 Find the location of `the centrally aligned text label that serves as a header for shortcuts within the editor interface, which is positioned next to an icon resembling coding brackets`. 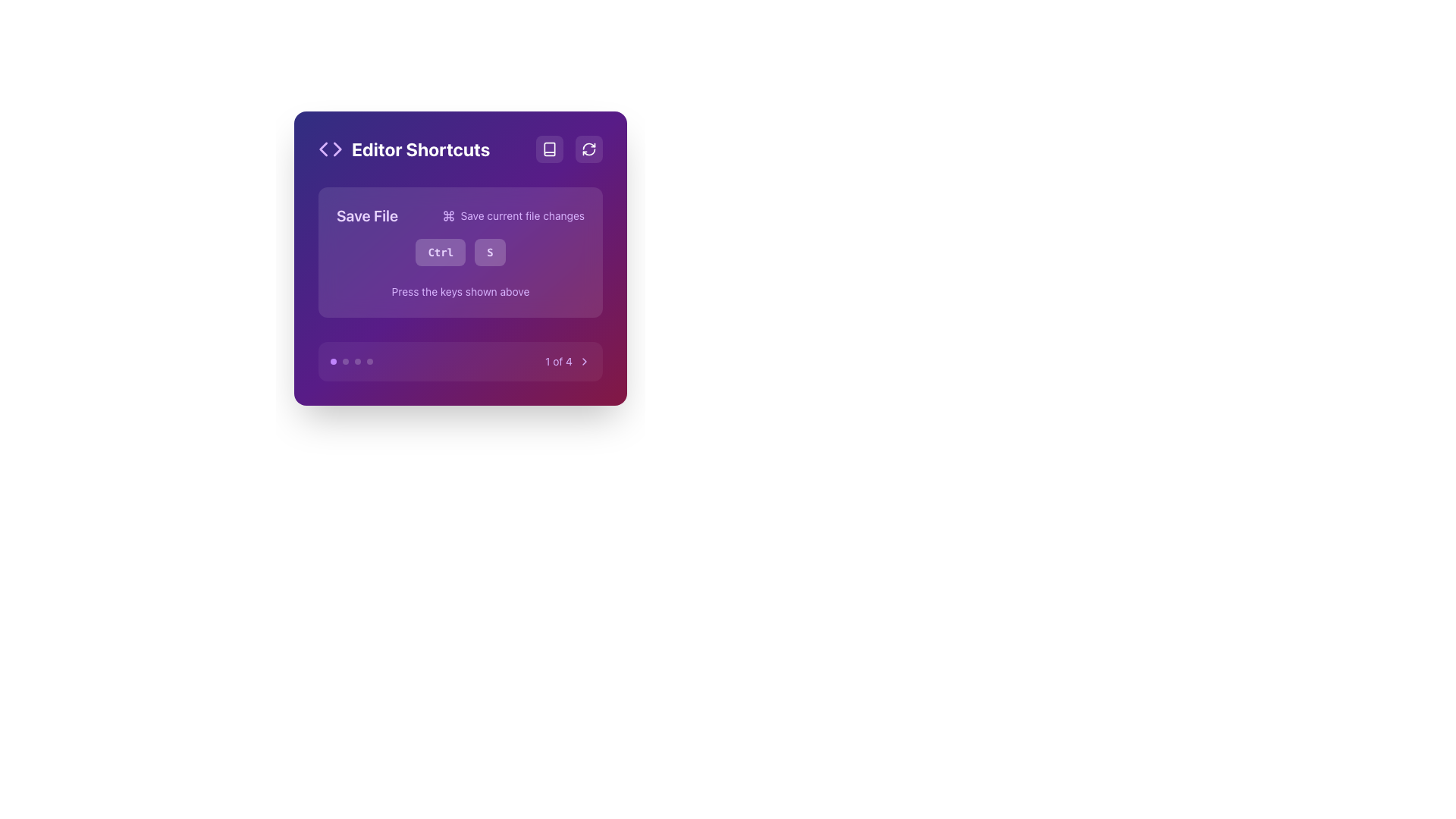

the centrally aligned text label that serves as a header for shortcuts within the editor interface, which is positioned next to an icon resembling coding brackets is located at coordinates (421, 149).